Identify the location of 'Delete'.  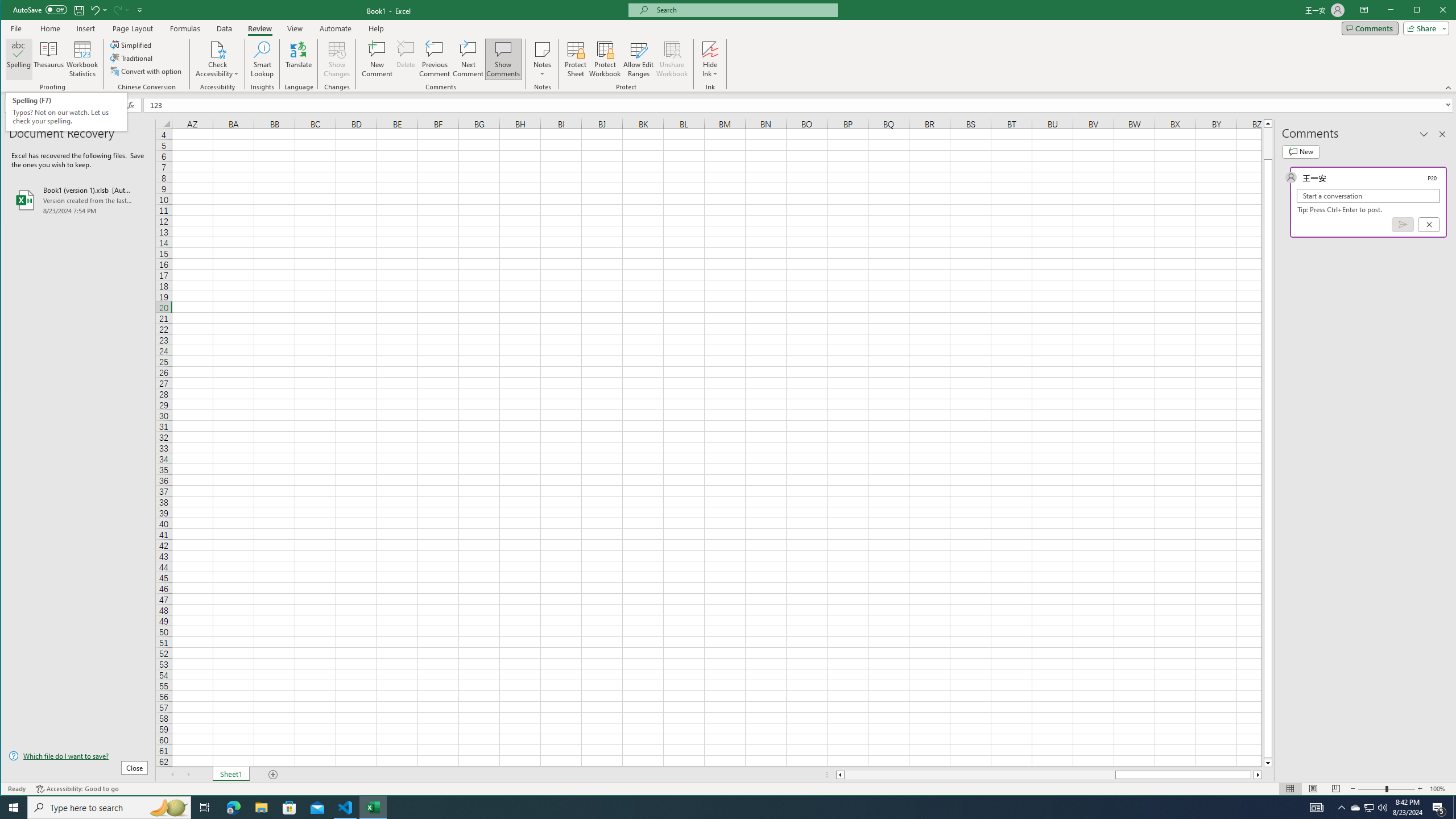
(406, 59).